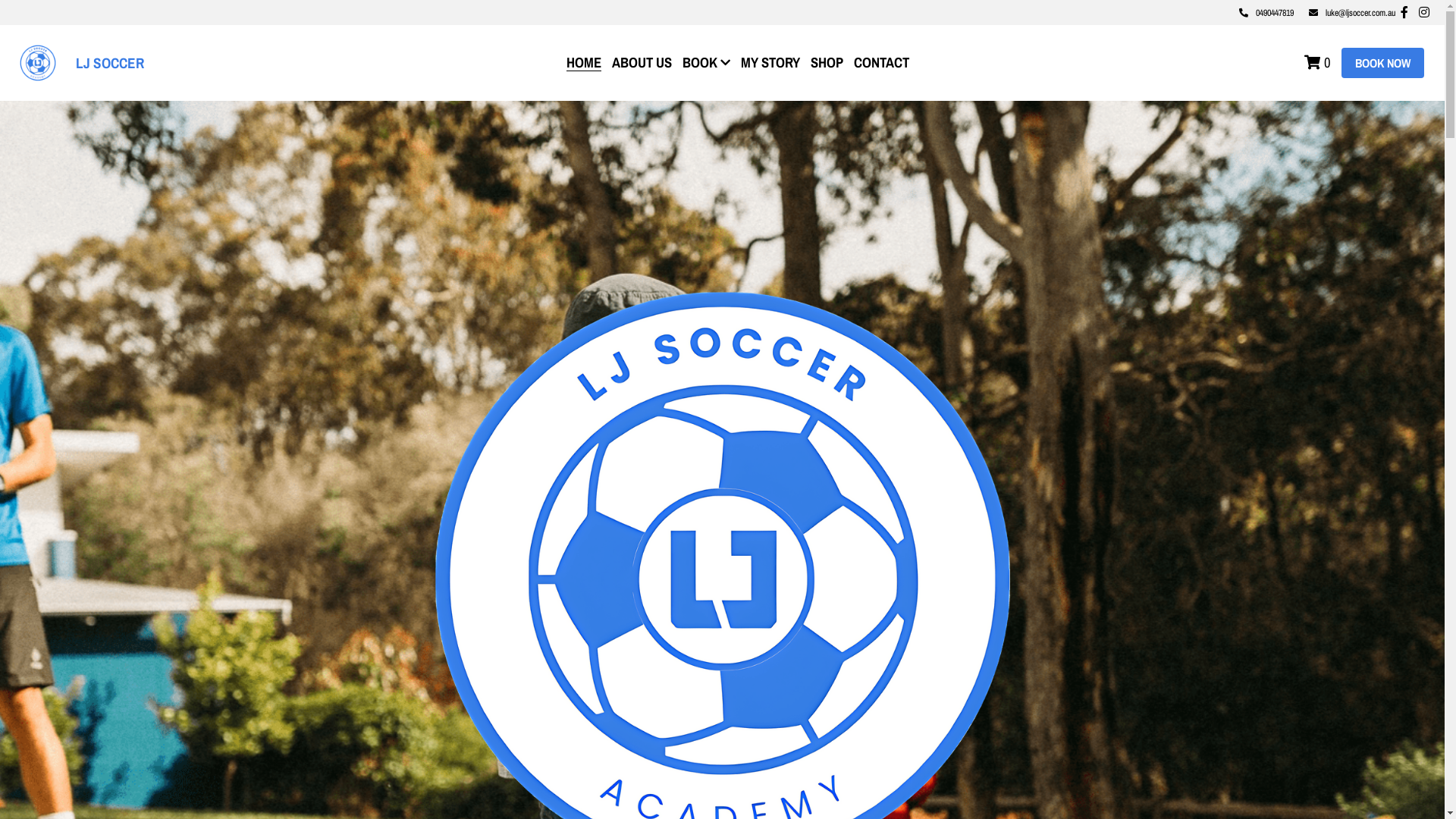 Image resolution: width=1456 pixels, height=819 pixels. Describe the element at coordinates (881, 61) in the screenshot. I see `'CONTACT'` at that location.